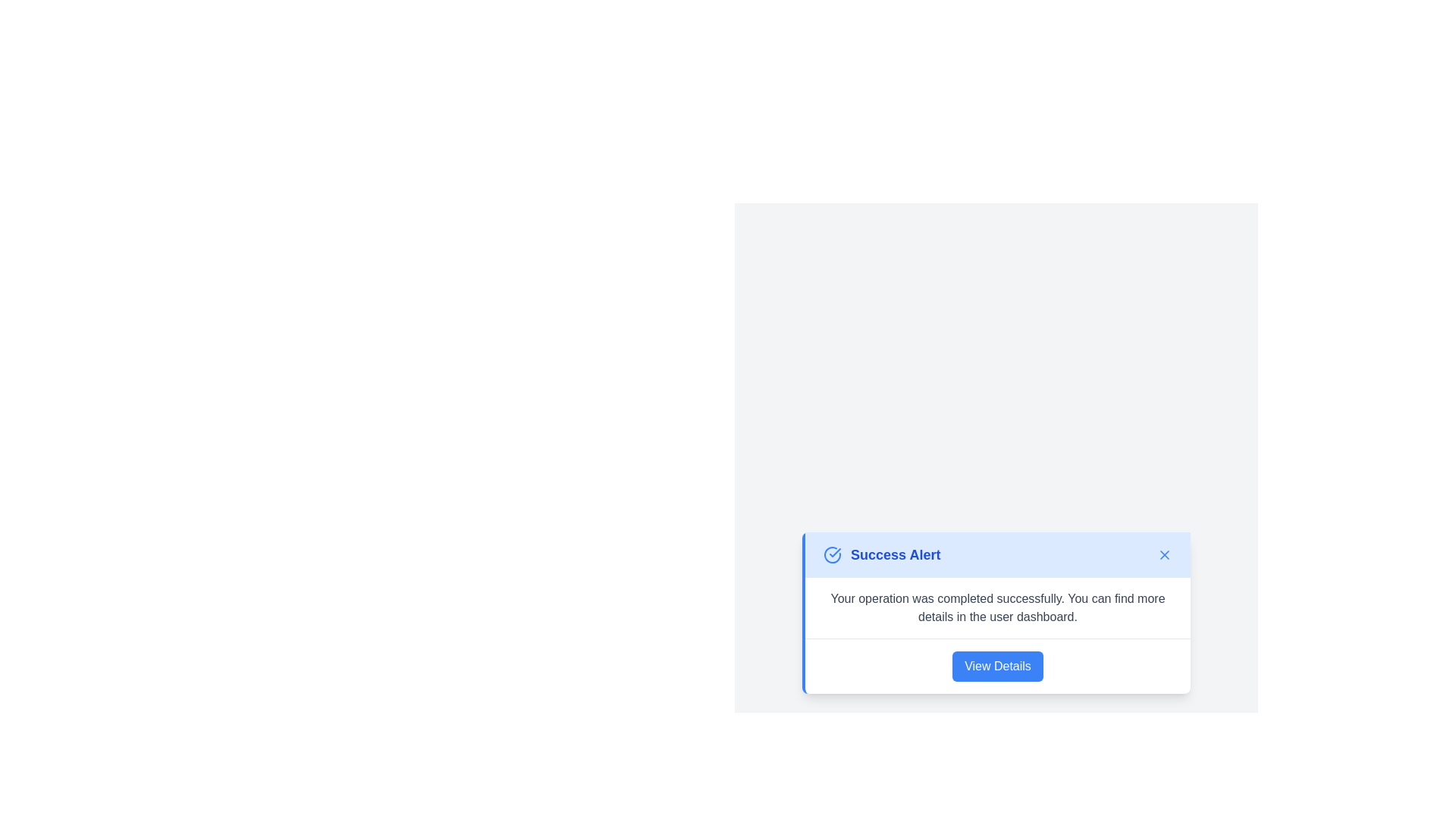  What do you see at coordinates (896, 554) in the screenshot?
I see `the 'Success Alert' text element styled in blue, bold font, which is located in the header region of the alert box` at bounding box center [896, 554].